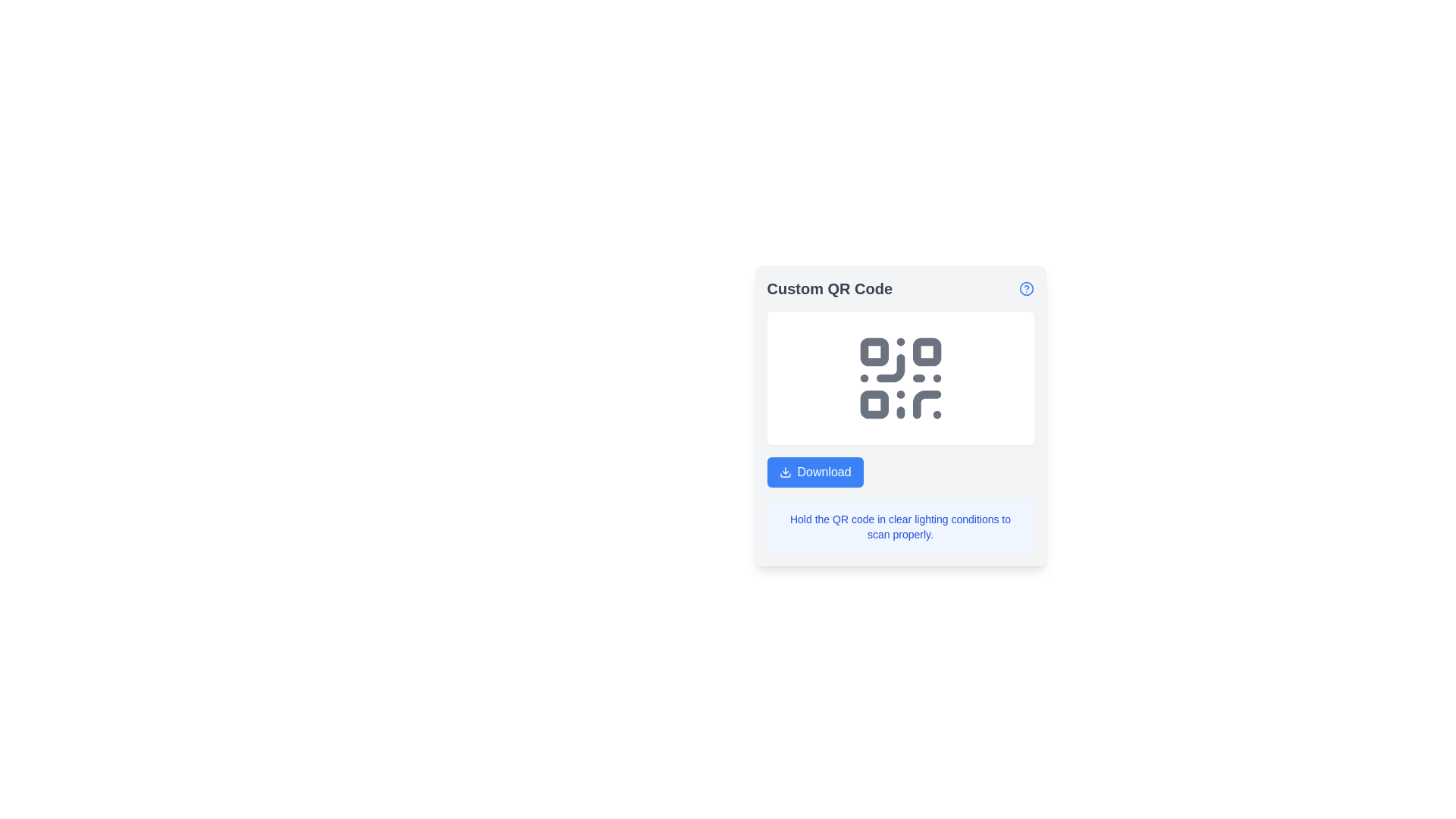  I want to click on the circular blue icon with a question mark symbol located in the top-right corner of the 'Custom QR Code' section, so click(1026, 289).